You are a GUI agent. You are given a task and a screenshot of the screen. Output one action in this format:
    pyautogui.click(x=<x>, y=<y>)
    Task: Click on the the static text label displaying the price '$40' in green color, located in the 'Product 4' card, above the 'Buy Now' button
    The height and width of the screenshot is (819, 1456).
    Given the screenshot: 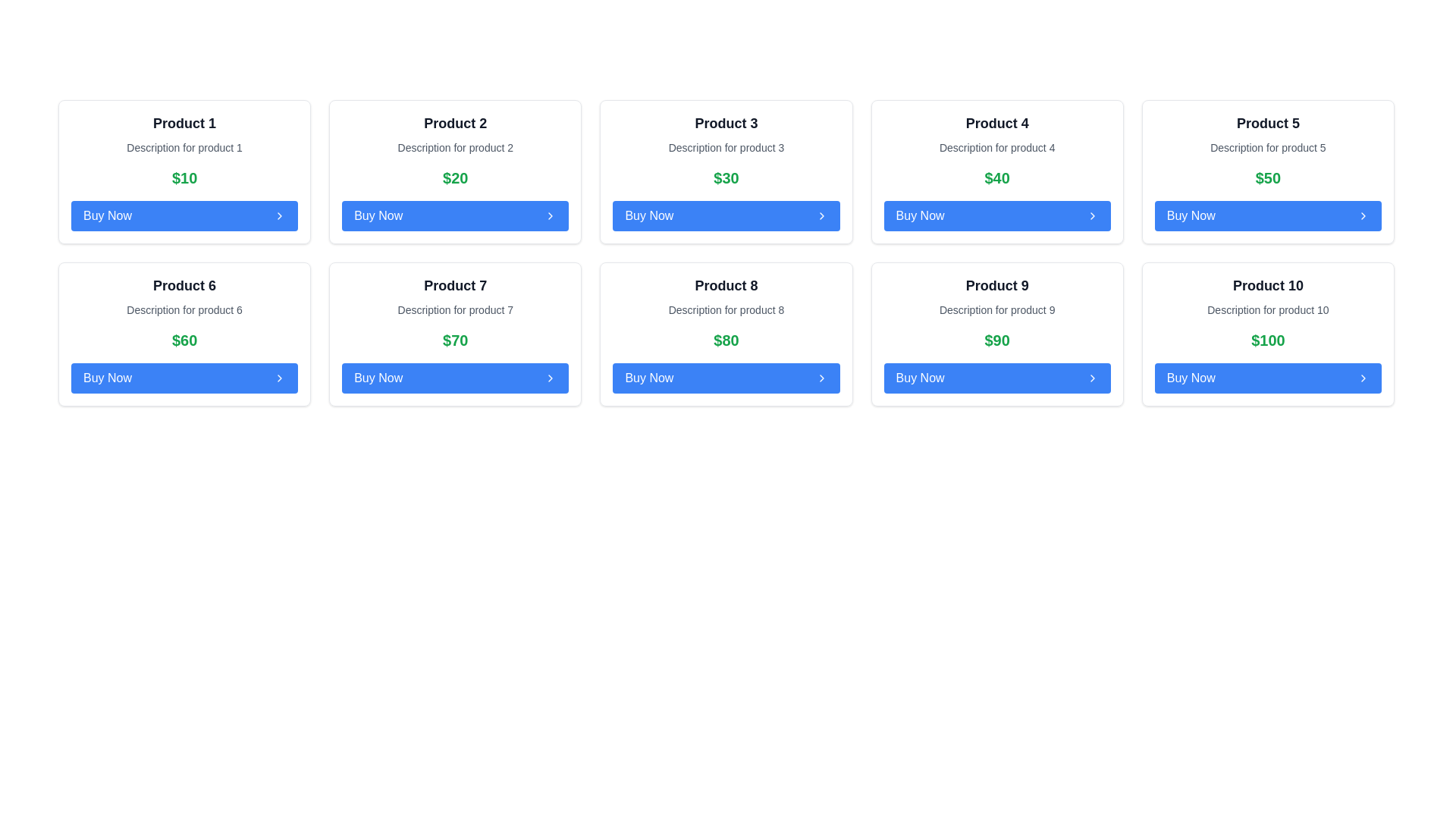 What is the action you would take?
    pyautogui.click(x=997, y=177)
    